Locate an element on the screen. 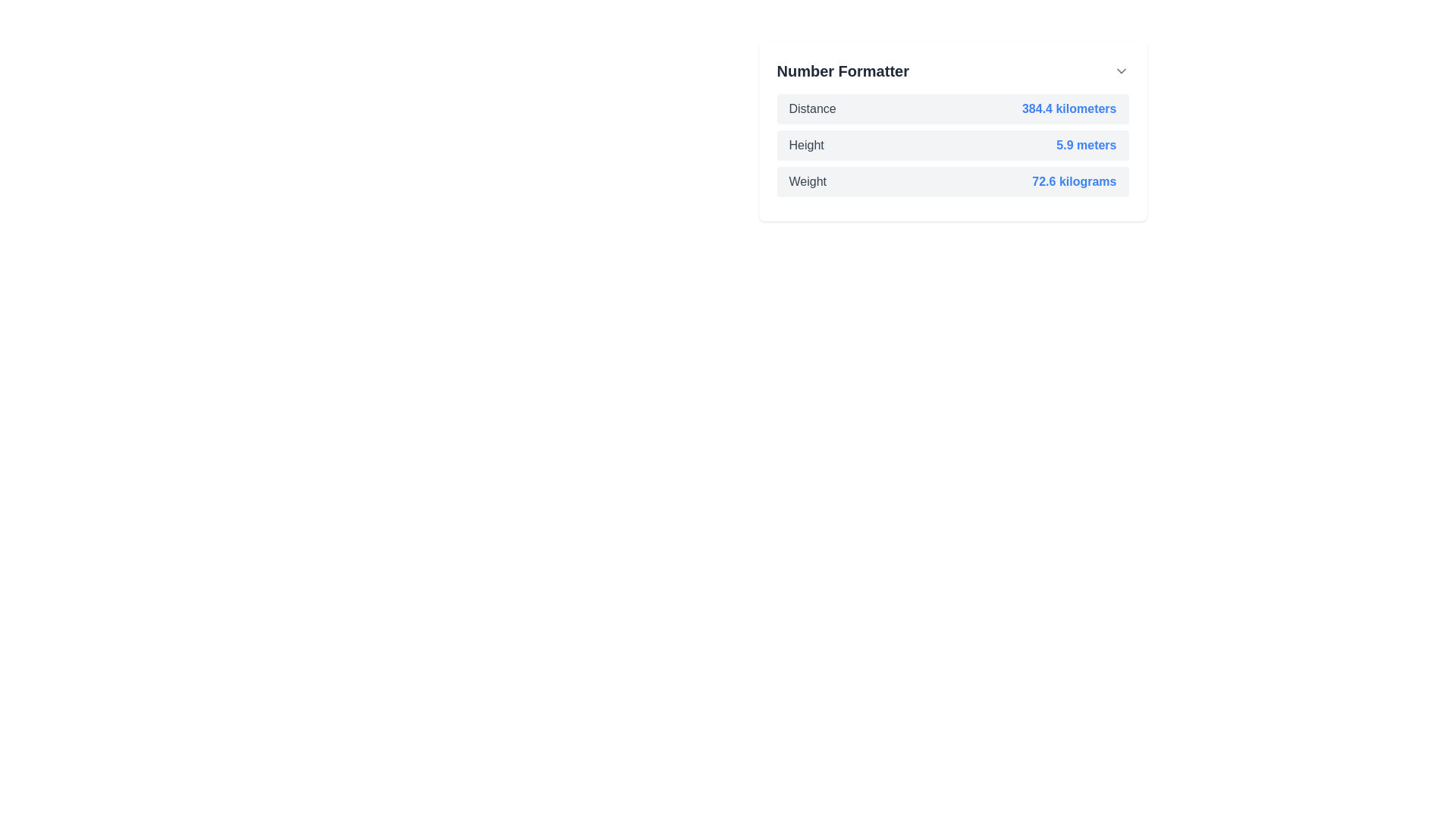 The image size is (1456, 819). displayed content of the 'Weight' text label, which is a display-only component located in the third row of numerical information, adjacent to the 'Weight' label is located at coordinates (1073, 180).